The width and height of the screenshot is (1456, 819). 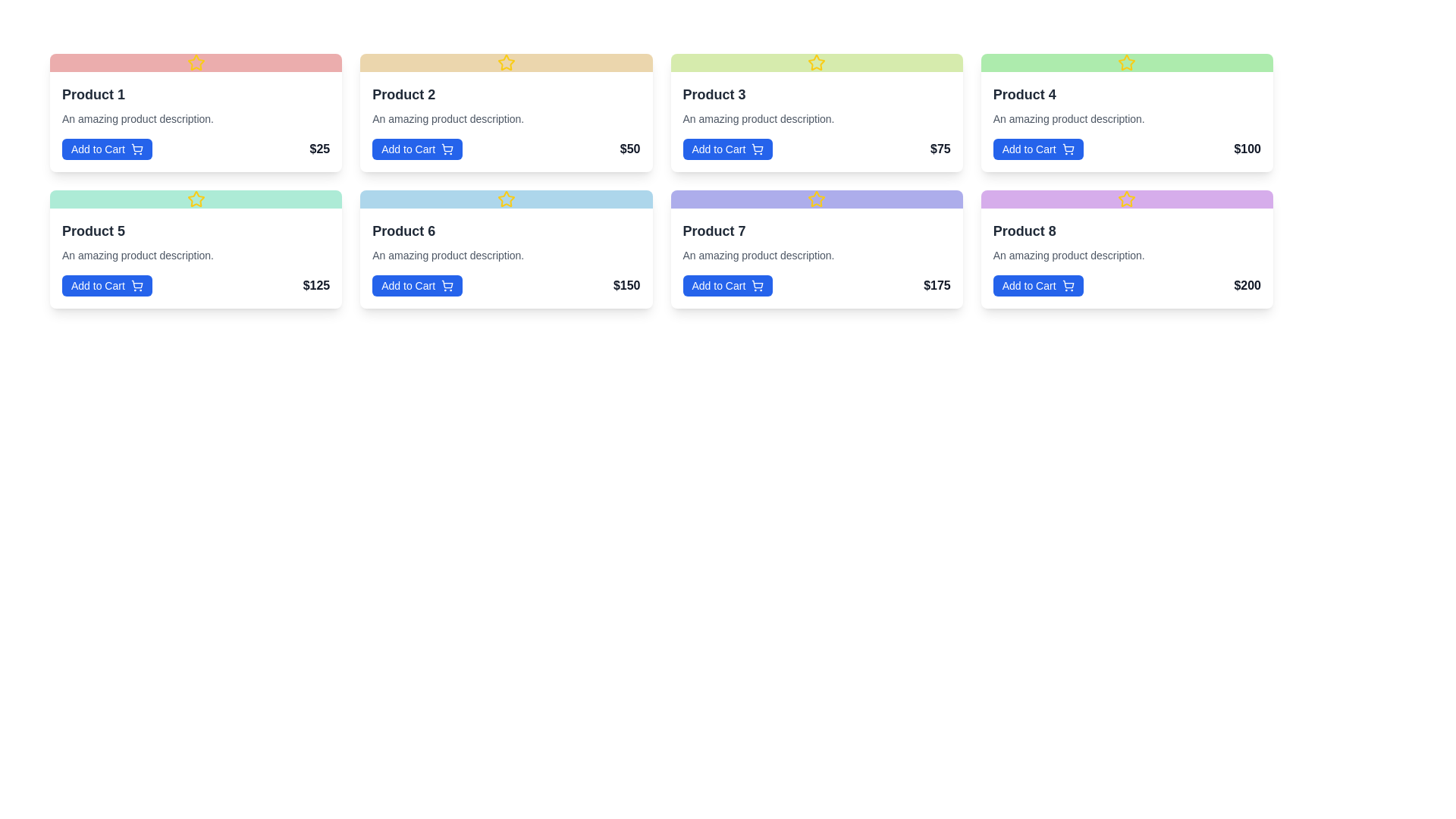 I want to click on the price label displaying '$25' in bold, located to the right of the 'Add to Cart' button within the first product card, so click(x=318, y=149).